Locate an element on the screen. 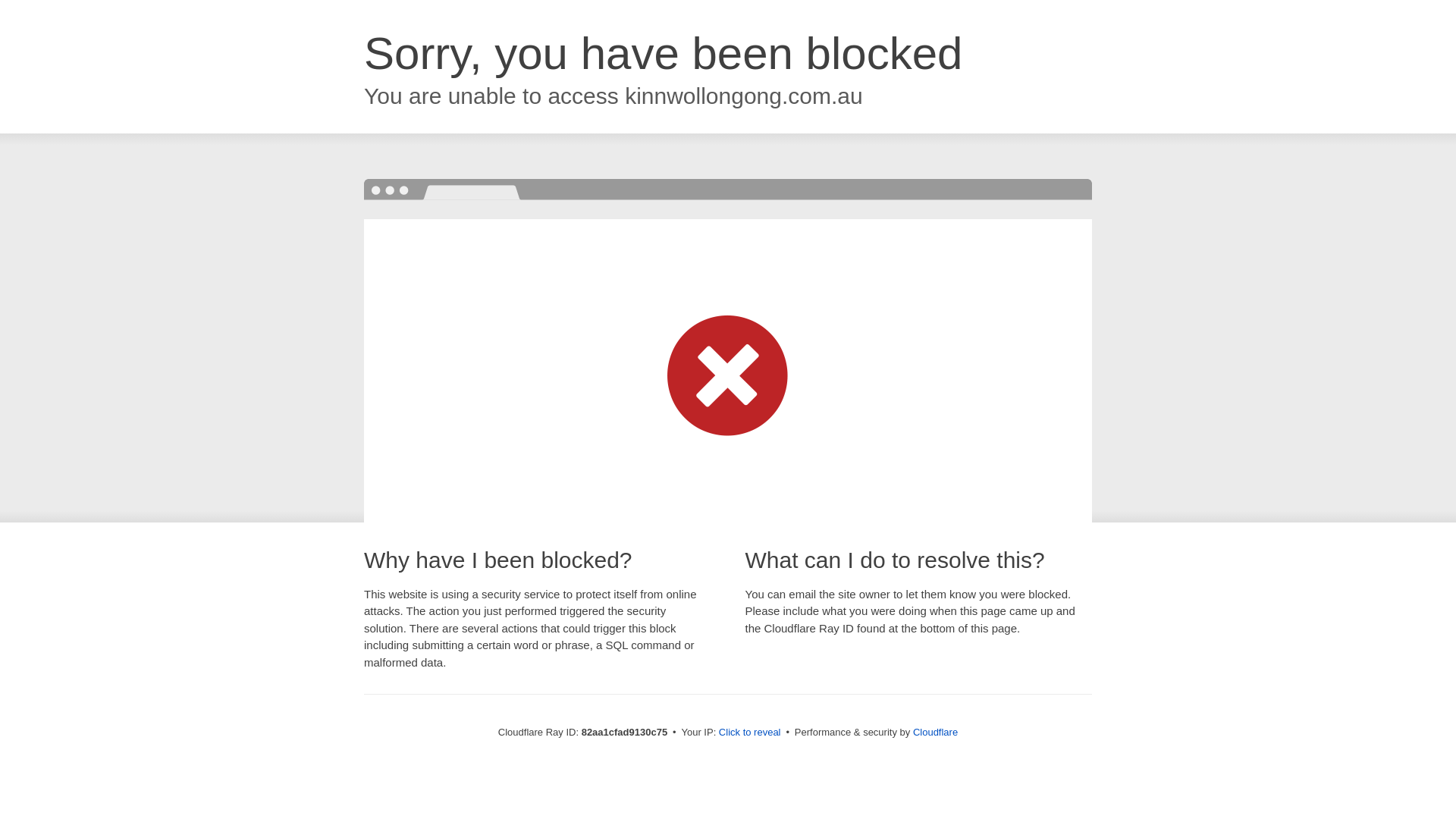 Image resolution: width=1456 pixels, height=819 pixels. 'Cloudflare' is located at coordinates (934, 731).